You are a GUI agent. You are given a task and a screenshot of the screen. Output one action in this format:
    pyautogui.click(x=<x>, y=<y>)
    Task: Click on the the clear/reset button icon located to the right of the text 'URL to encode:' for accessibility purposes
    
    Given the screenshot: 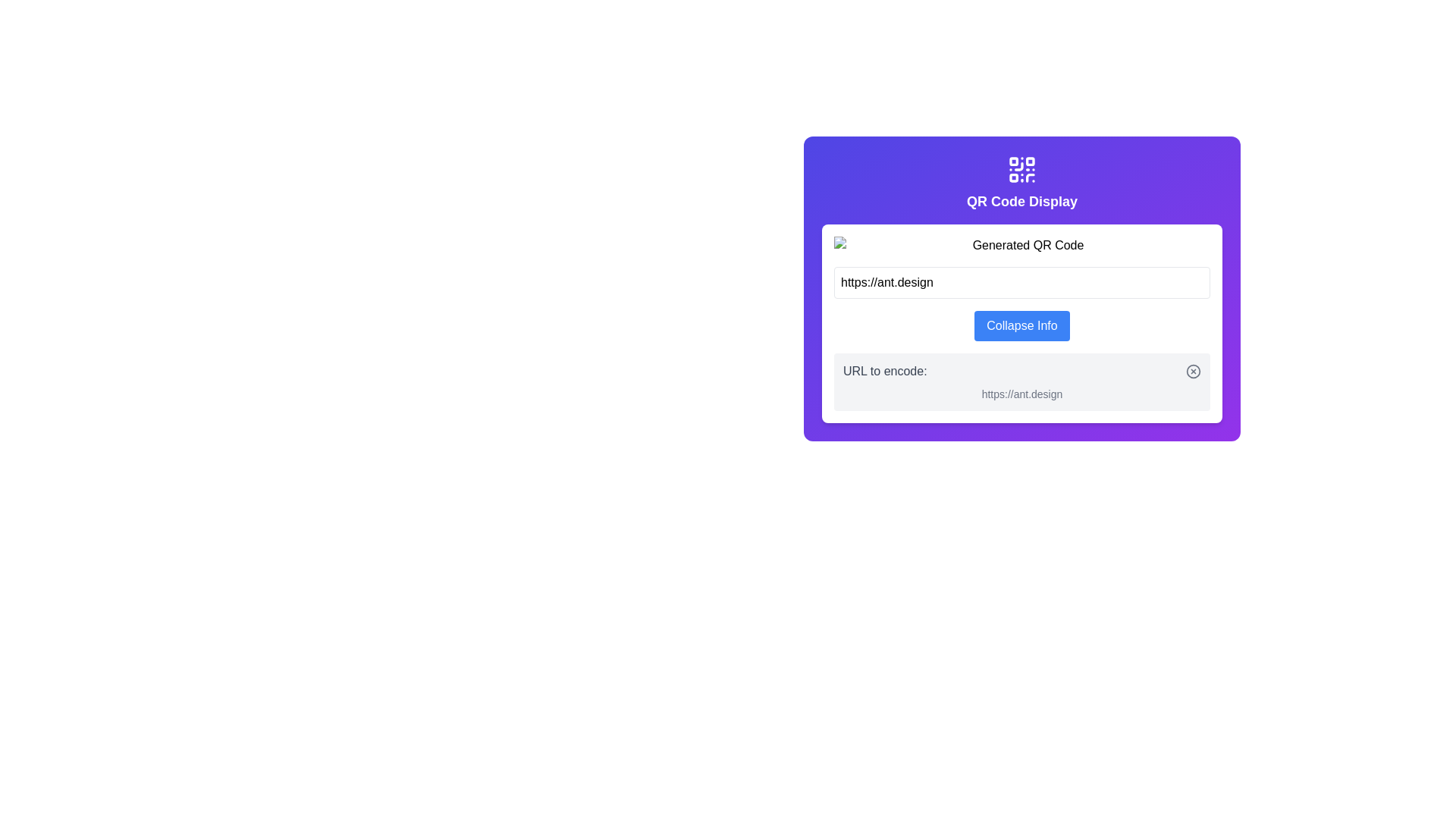 What is the action you would take?
    pyautogui.click(x=1193, y=371)
    